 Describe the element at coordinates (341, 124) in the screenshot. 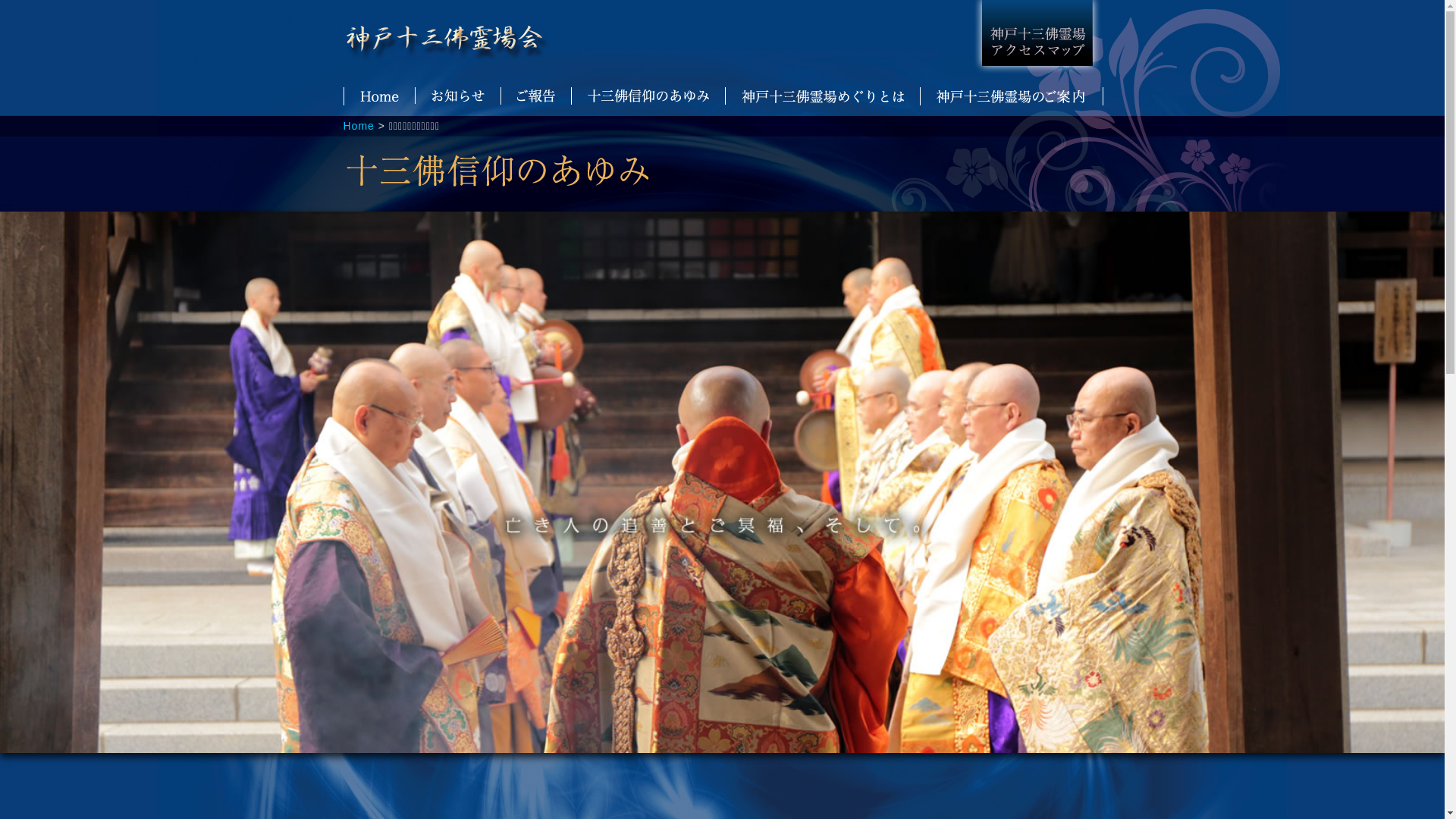

I see `'Home'` at that location.